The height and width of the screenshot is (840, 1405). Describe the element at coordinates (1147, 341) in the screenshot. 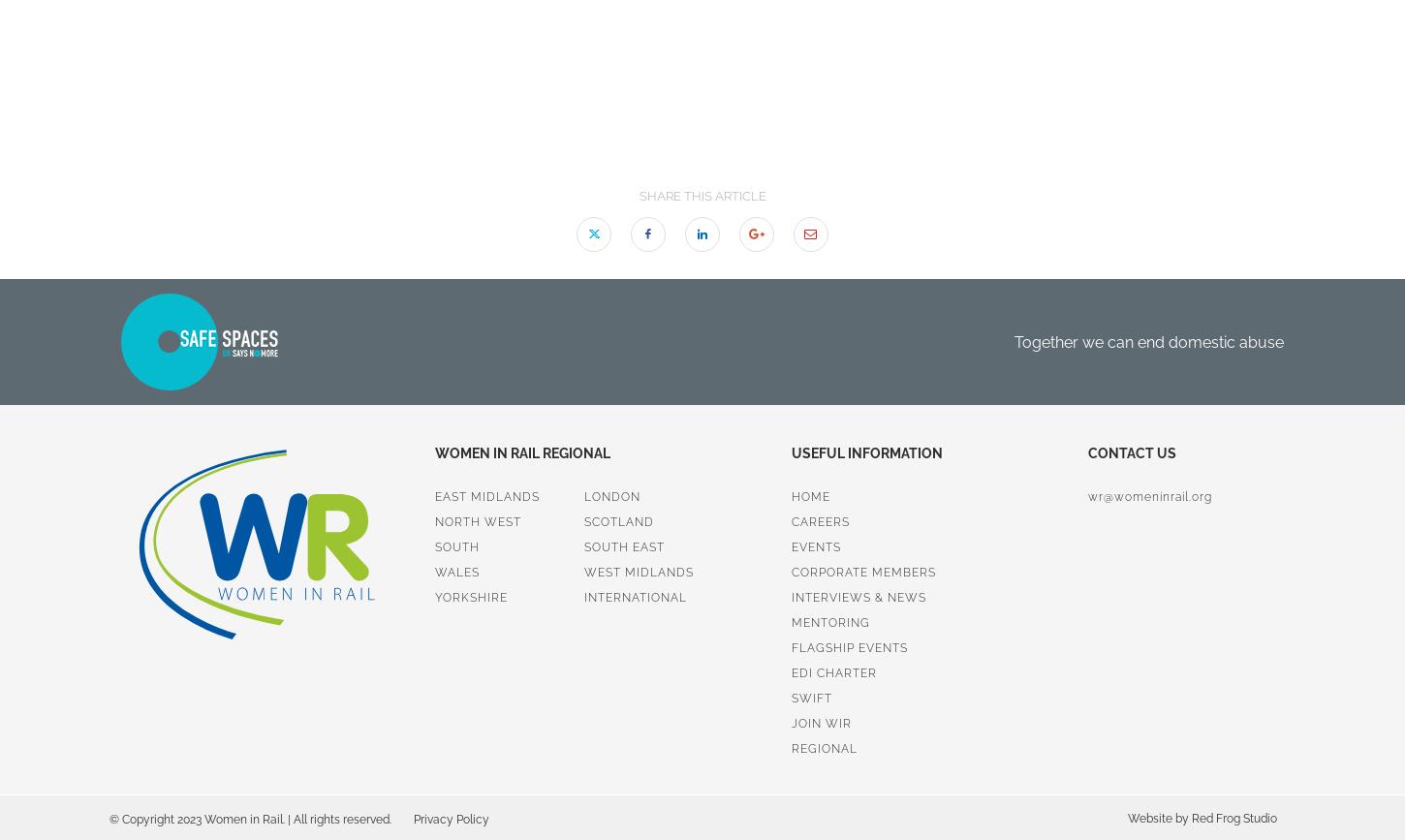

I see `'Together we can end domestic abuse'` at that location.